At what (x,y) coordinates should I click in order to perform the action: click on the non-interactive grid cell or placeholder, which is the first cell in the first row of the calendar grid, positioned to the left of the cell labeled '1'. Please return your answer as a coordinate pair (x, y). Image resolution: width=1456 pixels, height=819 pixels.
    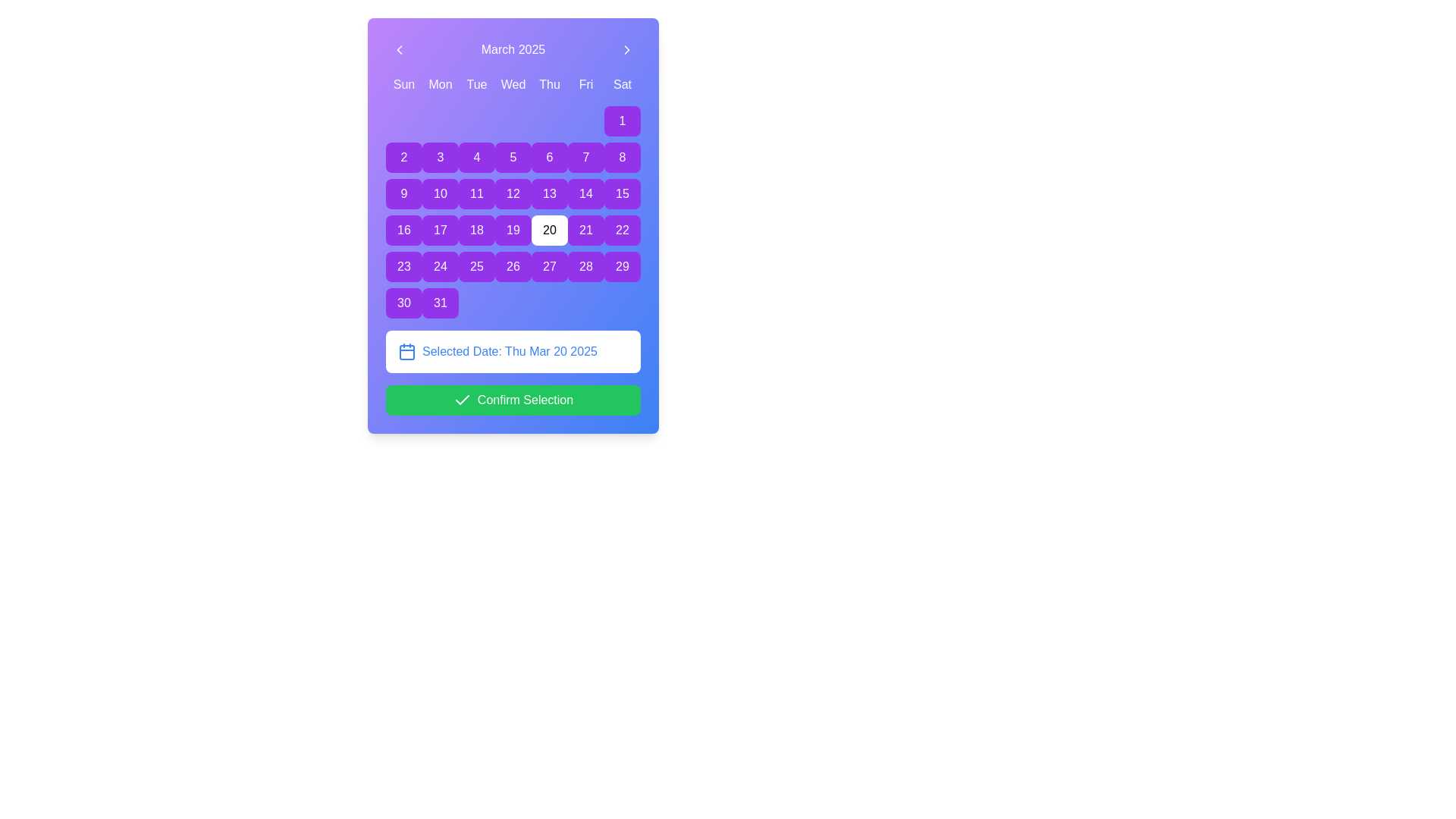
    Looking at the image, I should click on (403, 120).